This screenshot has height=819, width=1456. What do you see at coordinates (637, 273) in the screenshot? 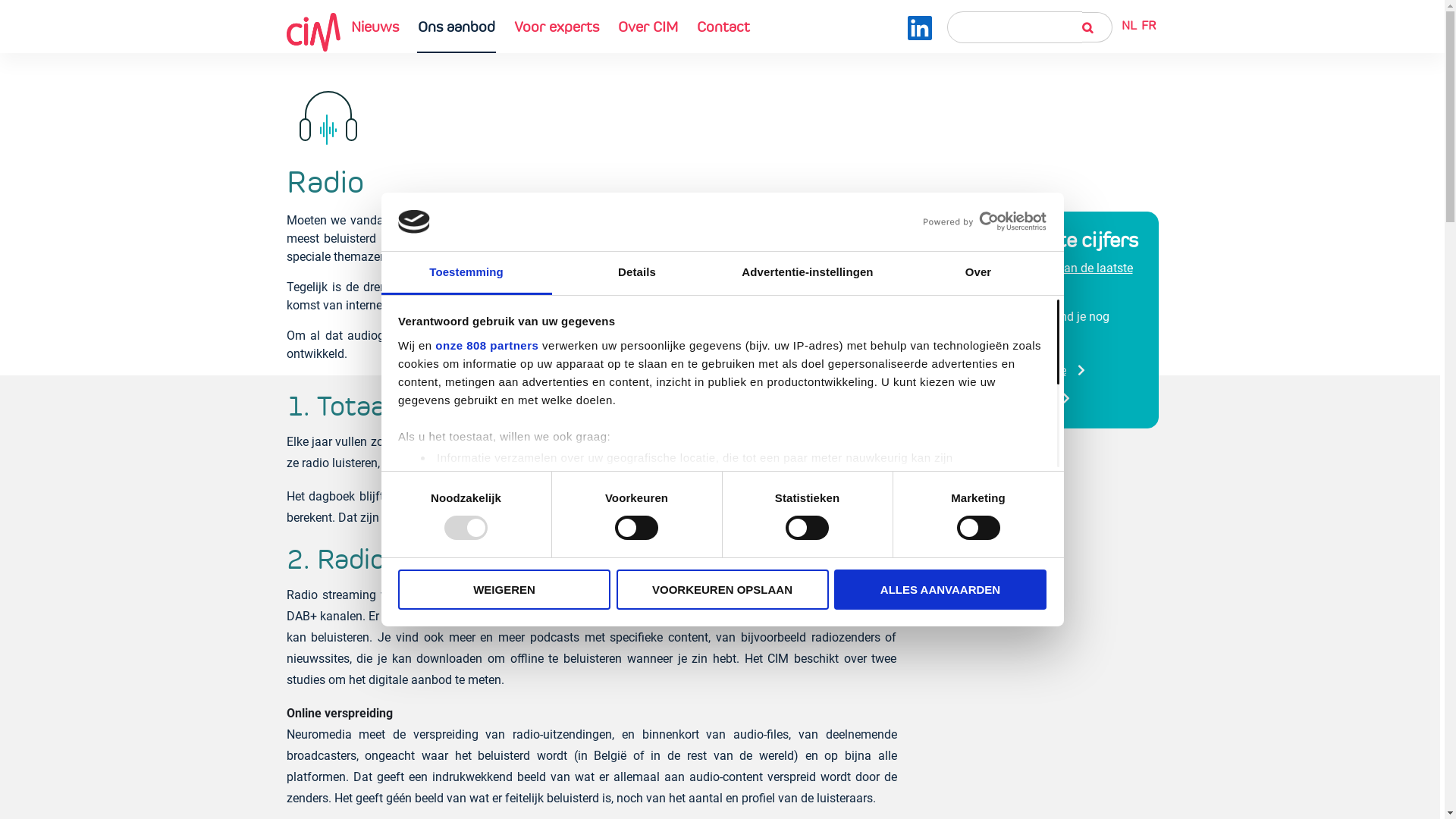
I see `'Details'` at bounding box center [637, 273].